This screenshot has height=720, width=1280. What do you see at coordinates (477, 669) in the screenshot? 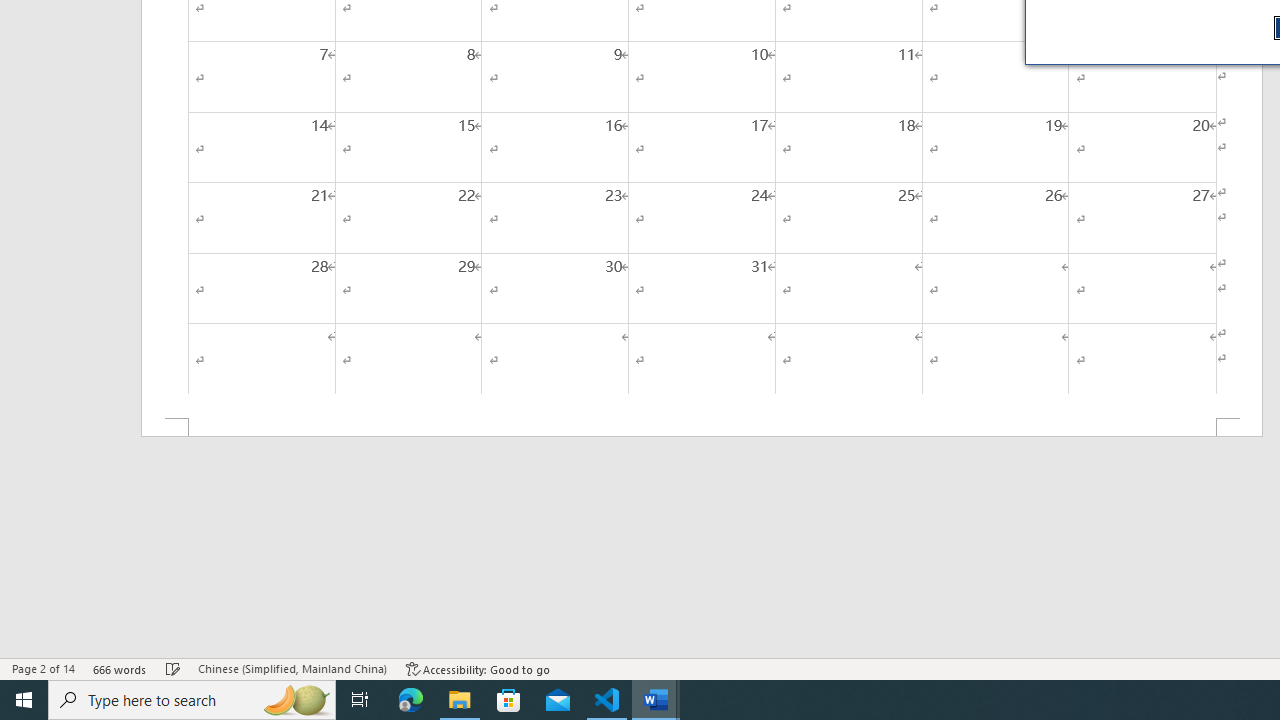
I see `'Accessibility Checker Accessibility: Good to go'` at bounding box center [477, 669].